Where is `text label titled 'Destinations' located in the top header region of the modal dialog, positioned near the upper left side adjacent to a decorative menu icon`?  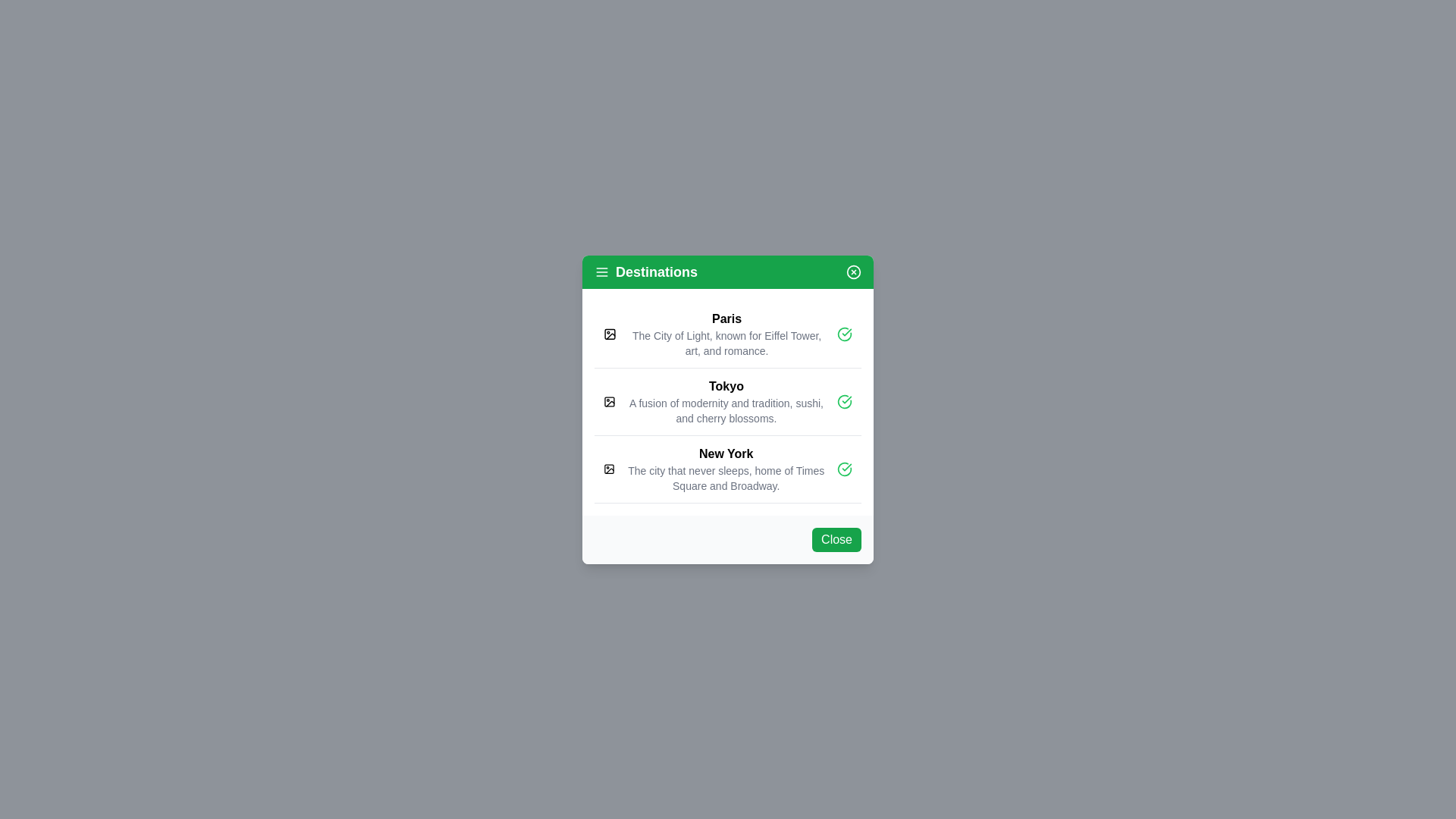
text label titled 'Destinations' located in the top header region of the modal dialog, positioned near the upper left side adjacent to a decorative menu icon is located at coordinates (646, 271).